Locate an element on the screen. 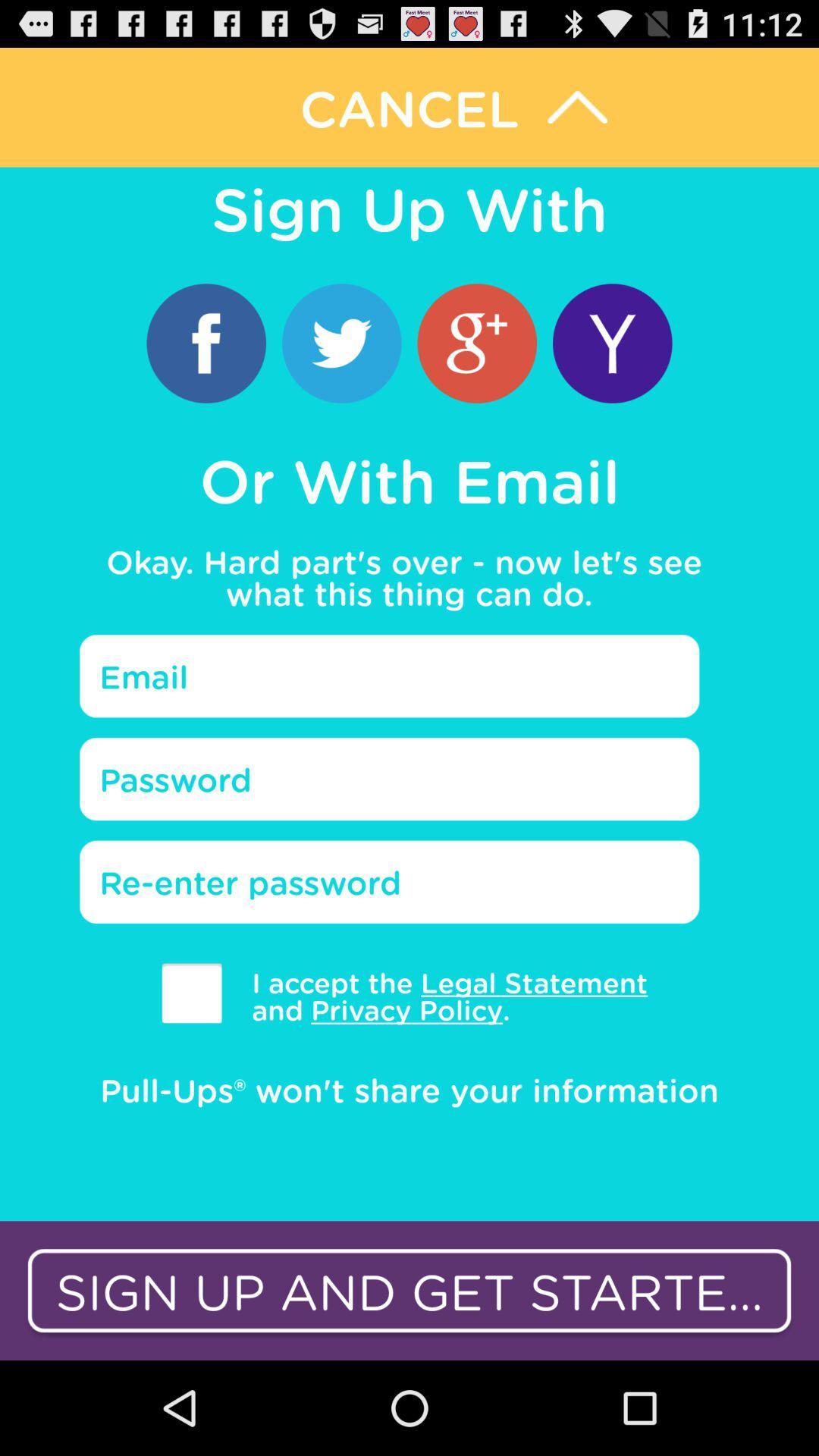  icon next to i accept the is located at coordinates (191, 993).